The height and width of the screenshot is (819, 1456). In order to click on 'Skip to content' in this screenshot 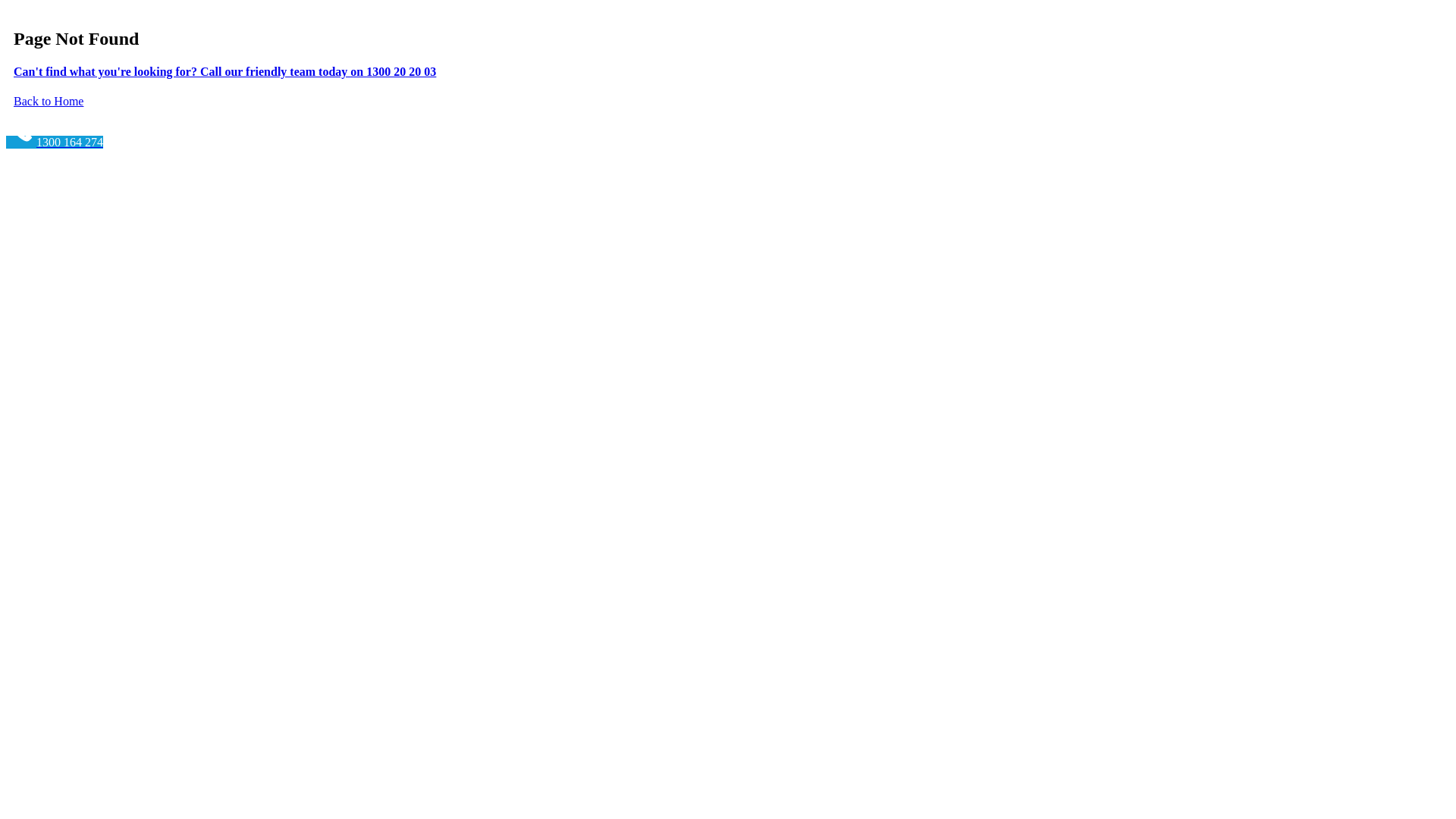, I will do `click(5, 5)`.